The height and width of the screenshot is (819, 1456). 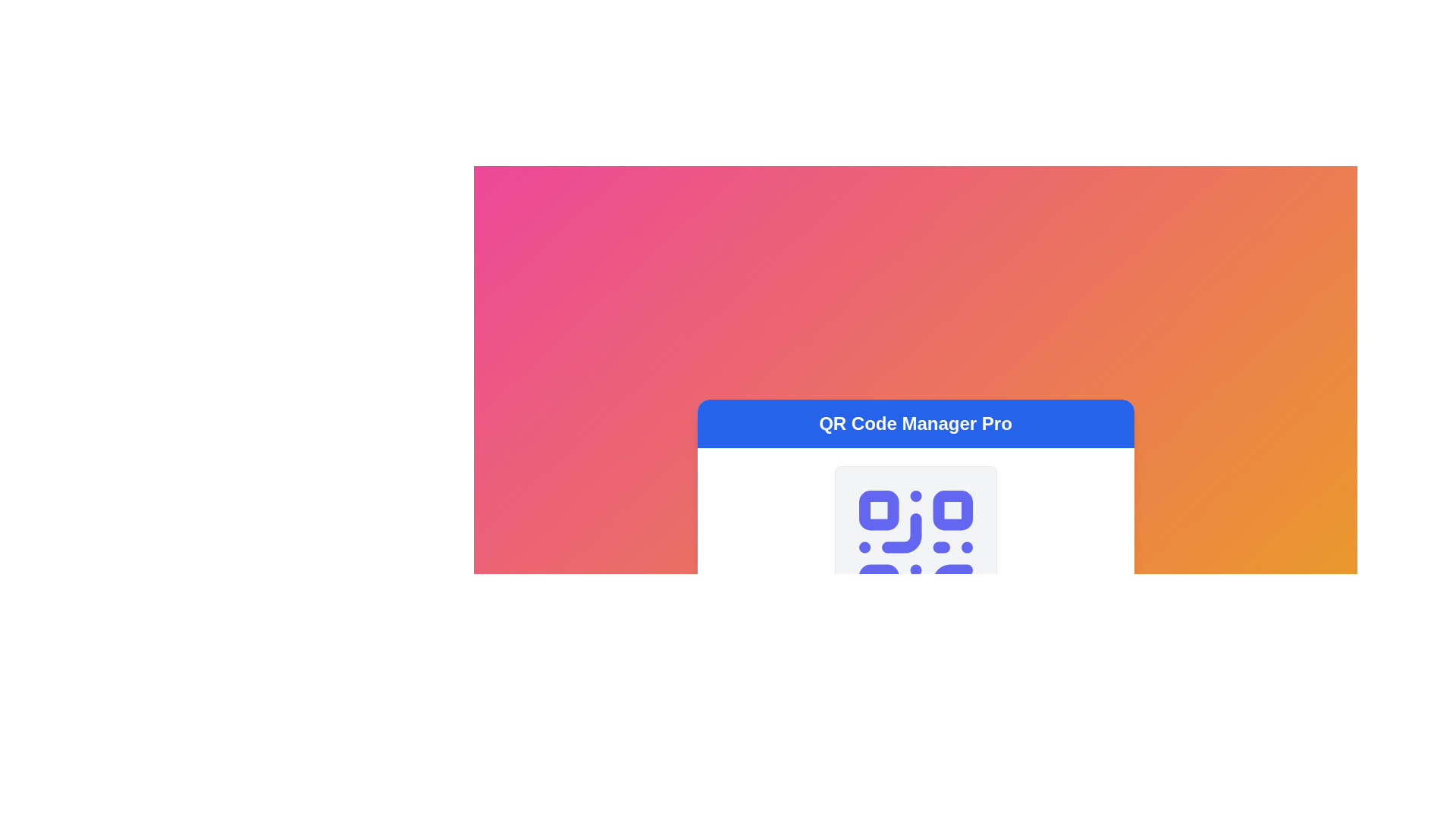 I want to click on the bold text label displaying 'QR Code Manager Pro' which is prominently styled on a blue background, so click(x=915, y=423).